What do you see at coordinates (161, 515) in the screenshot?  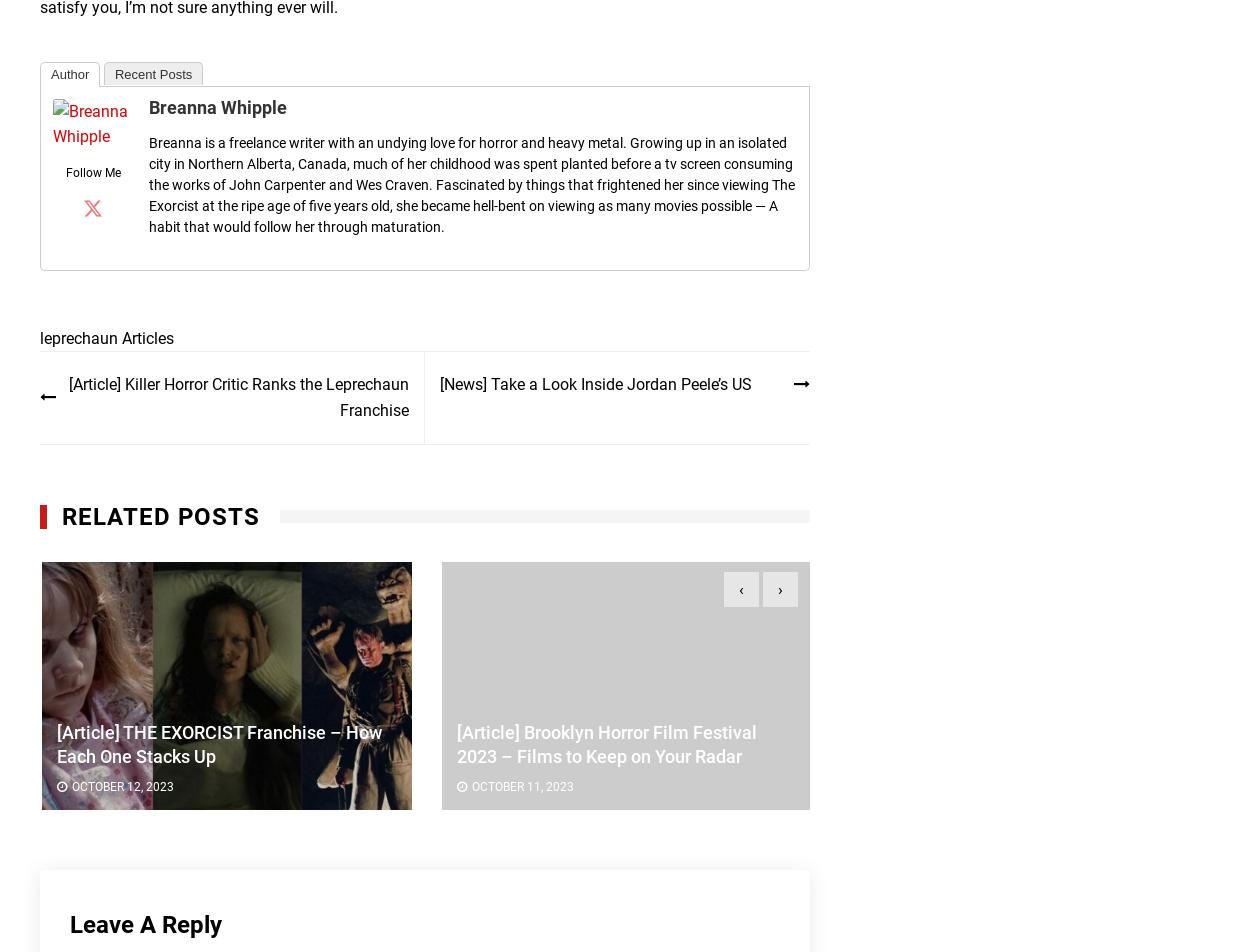 I see `'Related Posts'` at bounding box center [161, 515].